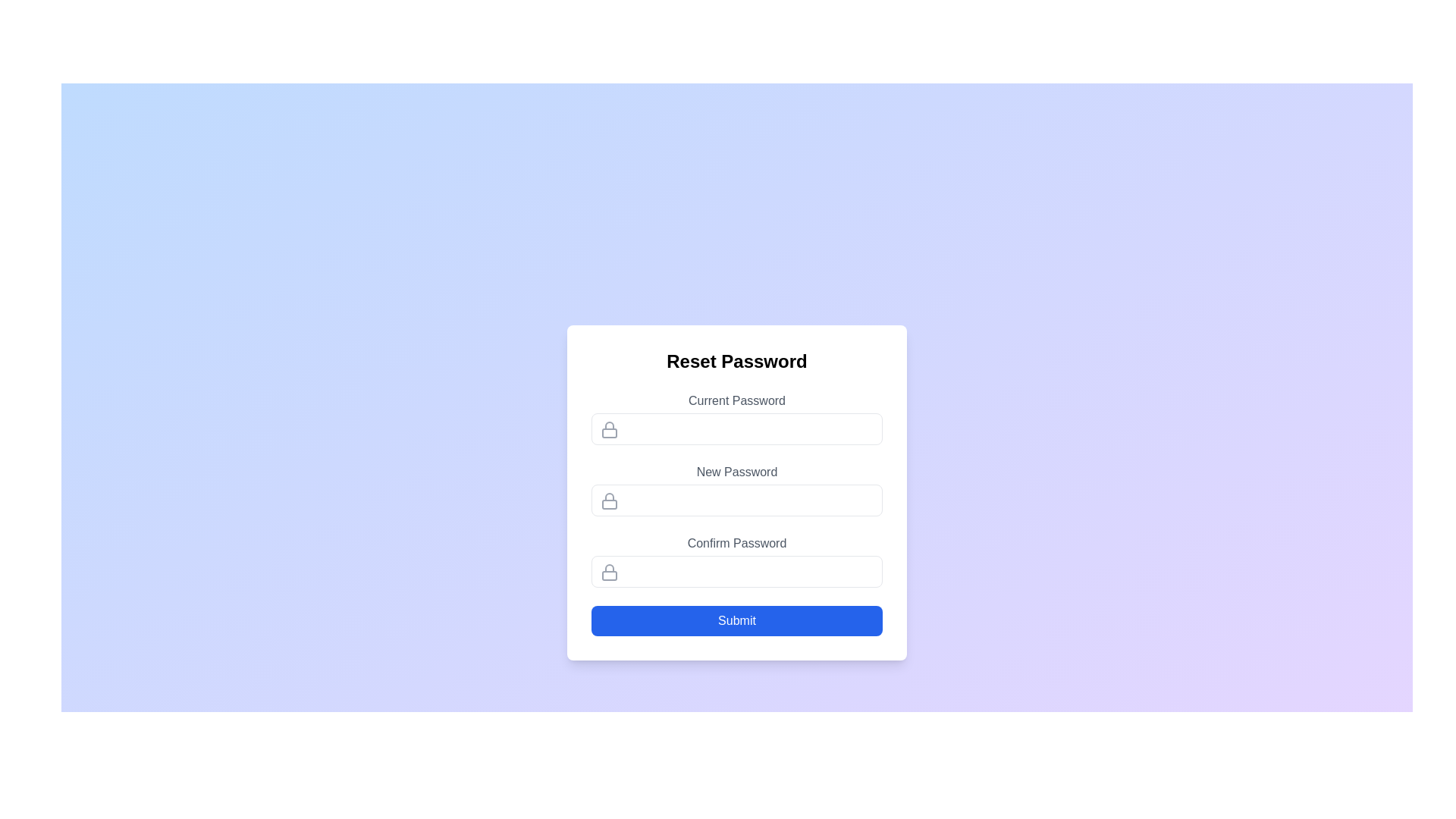 This screenshot has height=819, width=1456. Describe the element at coordinates (736, 418) in the screenshot. I see `the 'Current Password' labeled text input field using keyboard tabbing for accessibility` at that location.